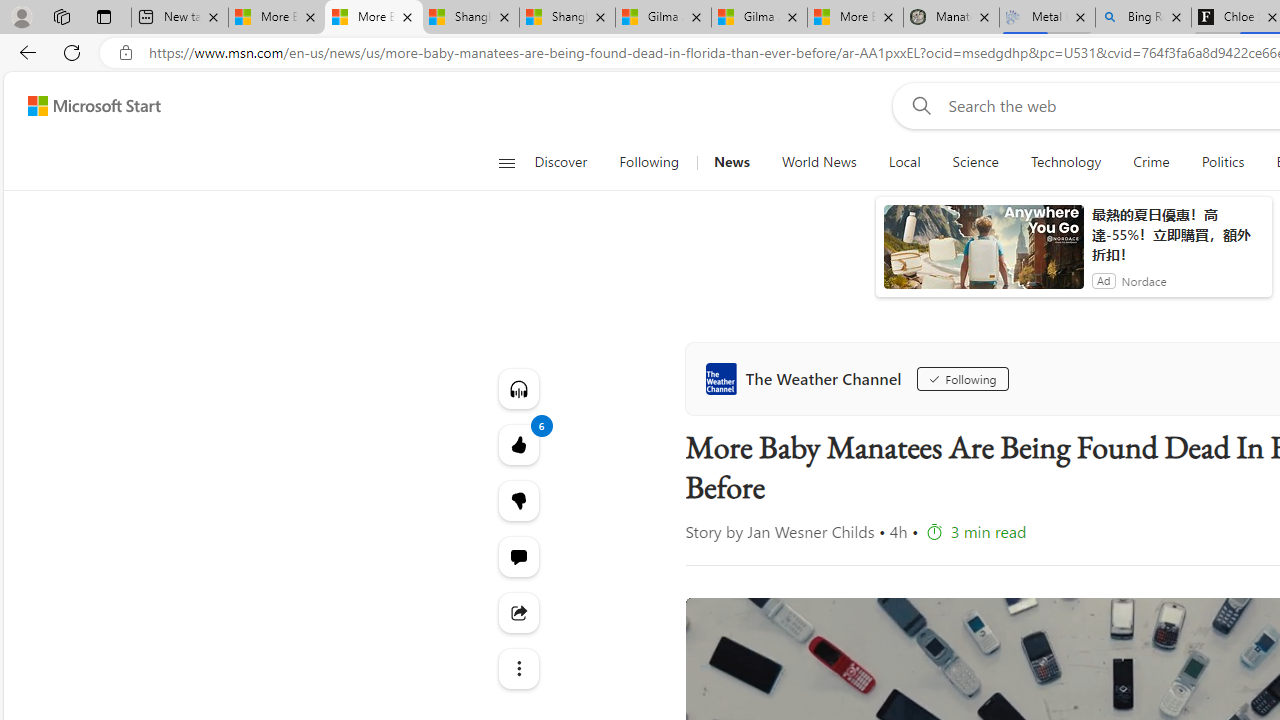 This screenshot has height=720, width=1280. I want to click on 'Local', so click(903, 162).